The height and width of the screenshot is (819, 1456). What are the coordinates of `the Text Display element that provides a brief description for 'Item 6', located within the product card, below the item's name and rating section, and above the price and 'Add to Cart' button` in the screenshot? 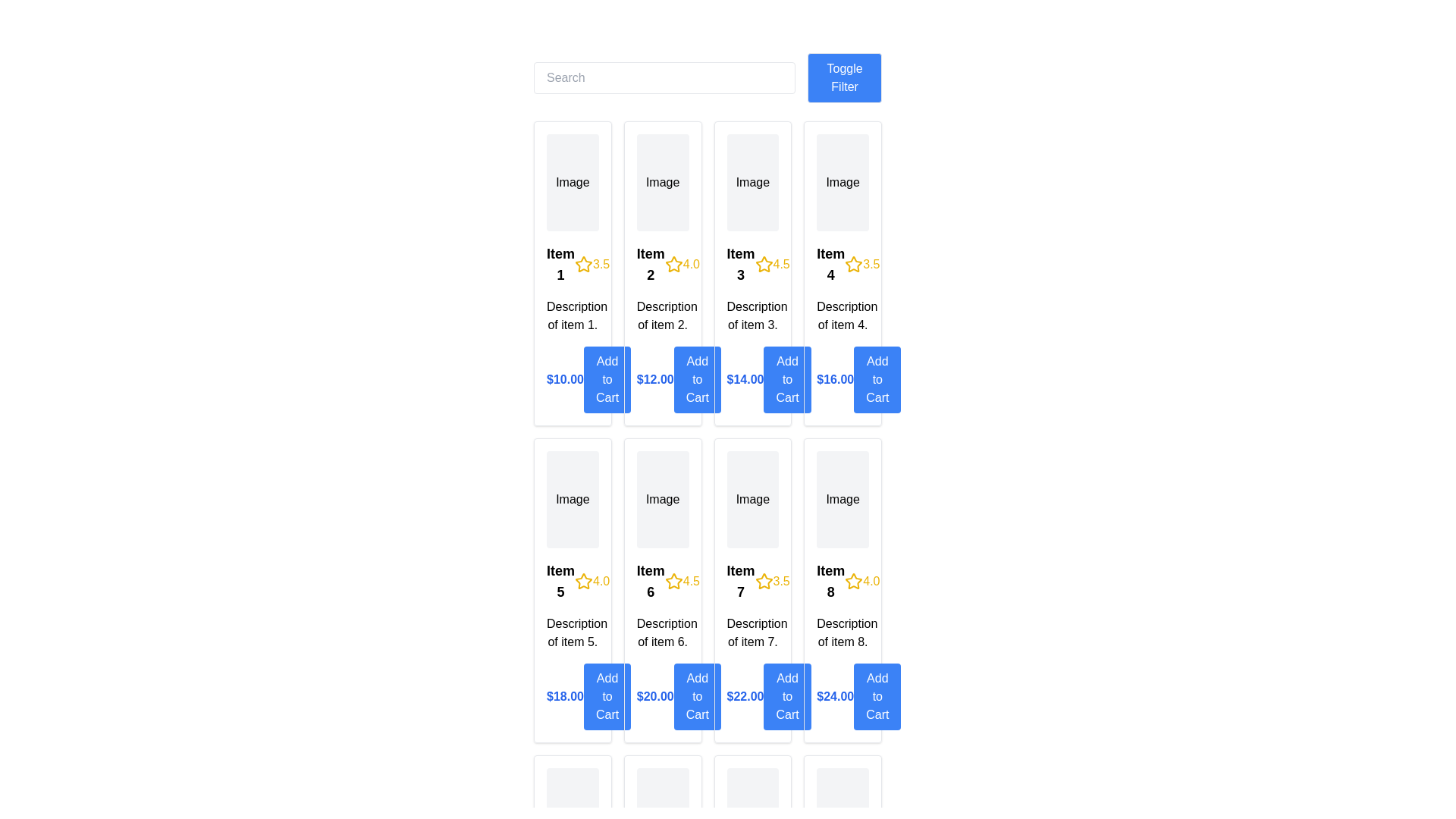 It's located at (663, 632).